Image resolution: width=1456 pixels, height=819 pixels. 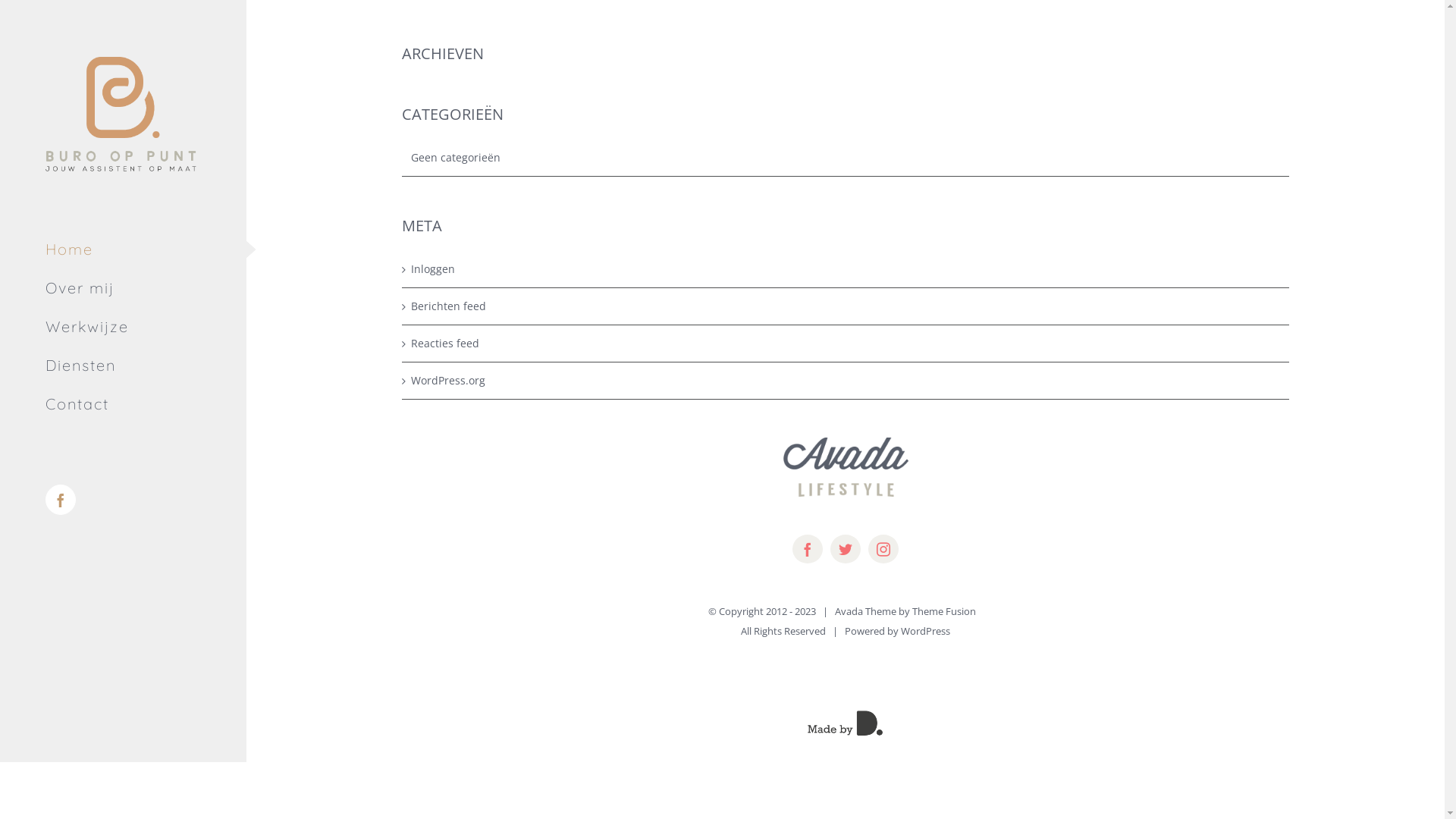 I want to click on 'Contact', so click(x=123, y=403).